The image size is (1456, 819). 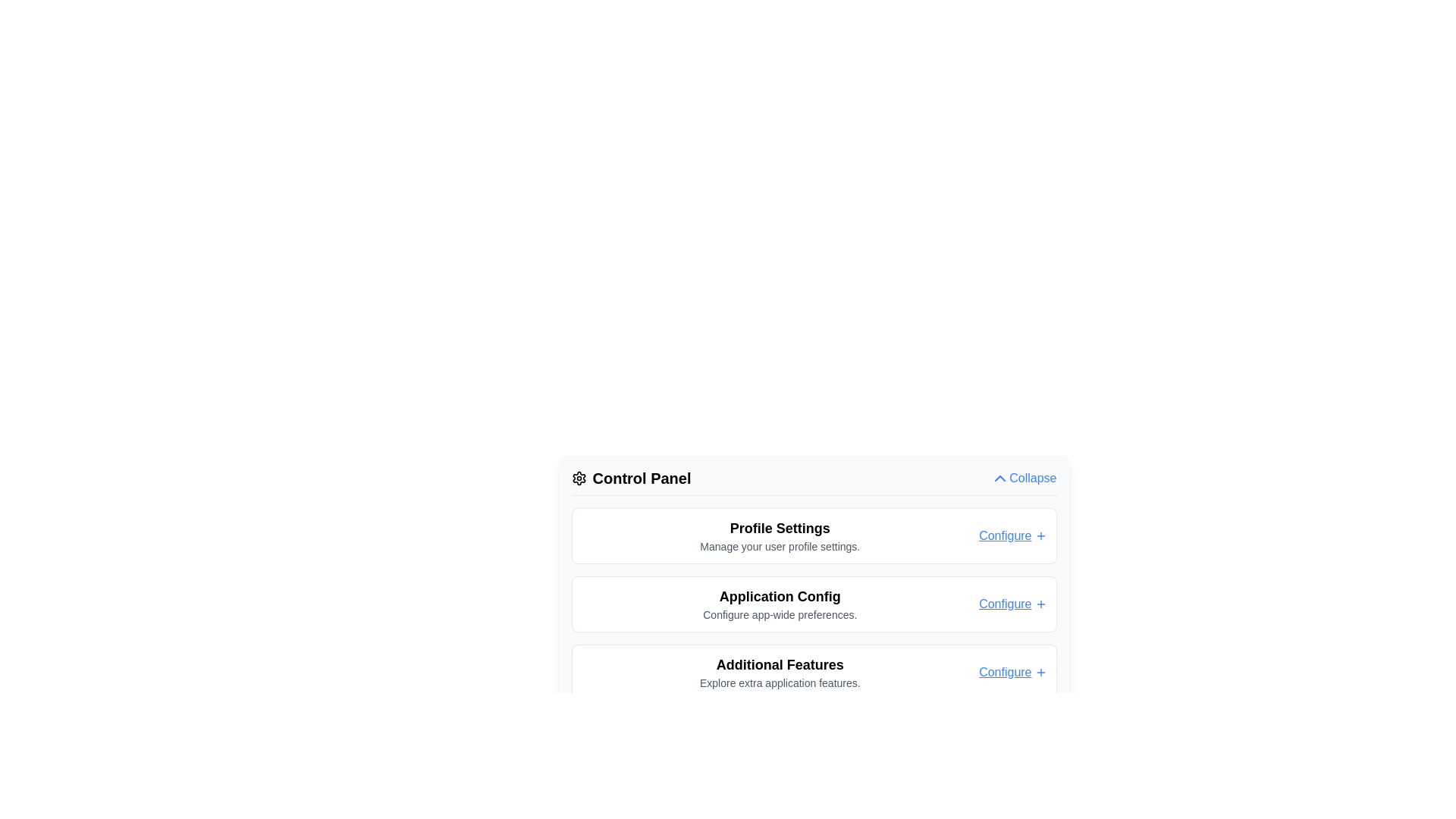 What do you see at coordinates (813, 672) in the screenshot?
I see `title and description of the Box with text content and an interactive link located as the third item in the Control Panel section, below 'Profile Settings' and 'Application Config'` at bounding box center [813, 672].